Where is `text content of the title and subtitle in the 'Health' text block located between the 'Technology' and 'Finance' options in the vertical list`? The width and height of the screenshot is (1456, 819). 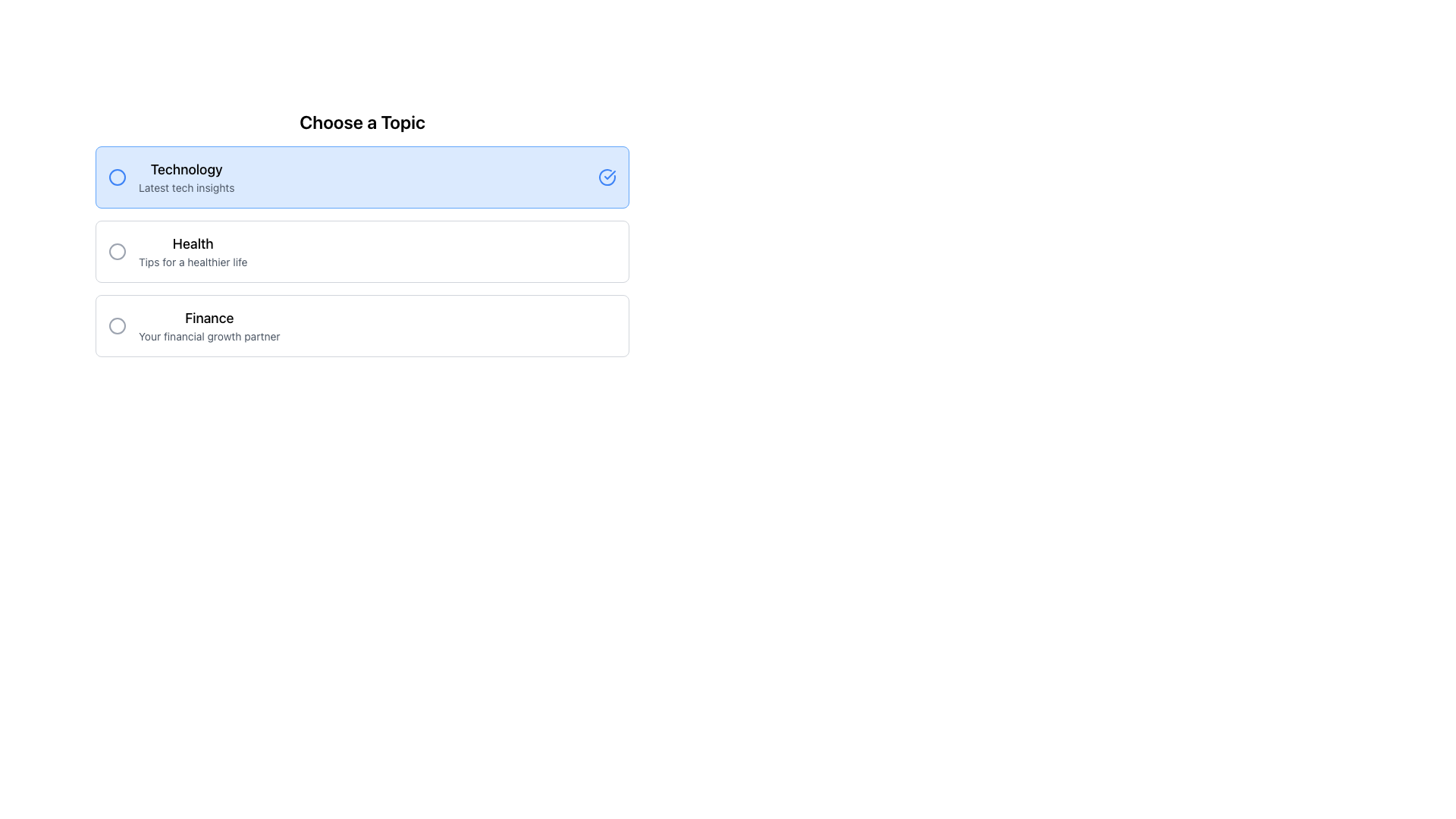 text content of the title and subtitle in the 'Health' text block located between the 'Technology' and 'Finance' options in the vertical list is located at coordinates (192, 250).